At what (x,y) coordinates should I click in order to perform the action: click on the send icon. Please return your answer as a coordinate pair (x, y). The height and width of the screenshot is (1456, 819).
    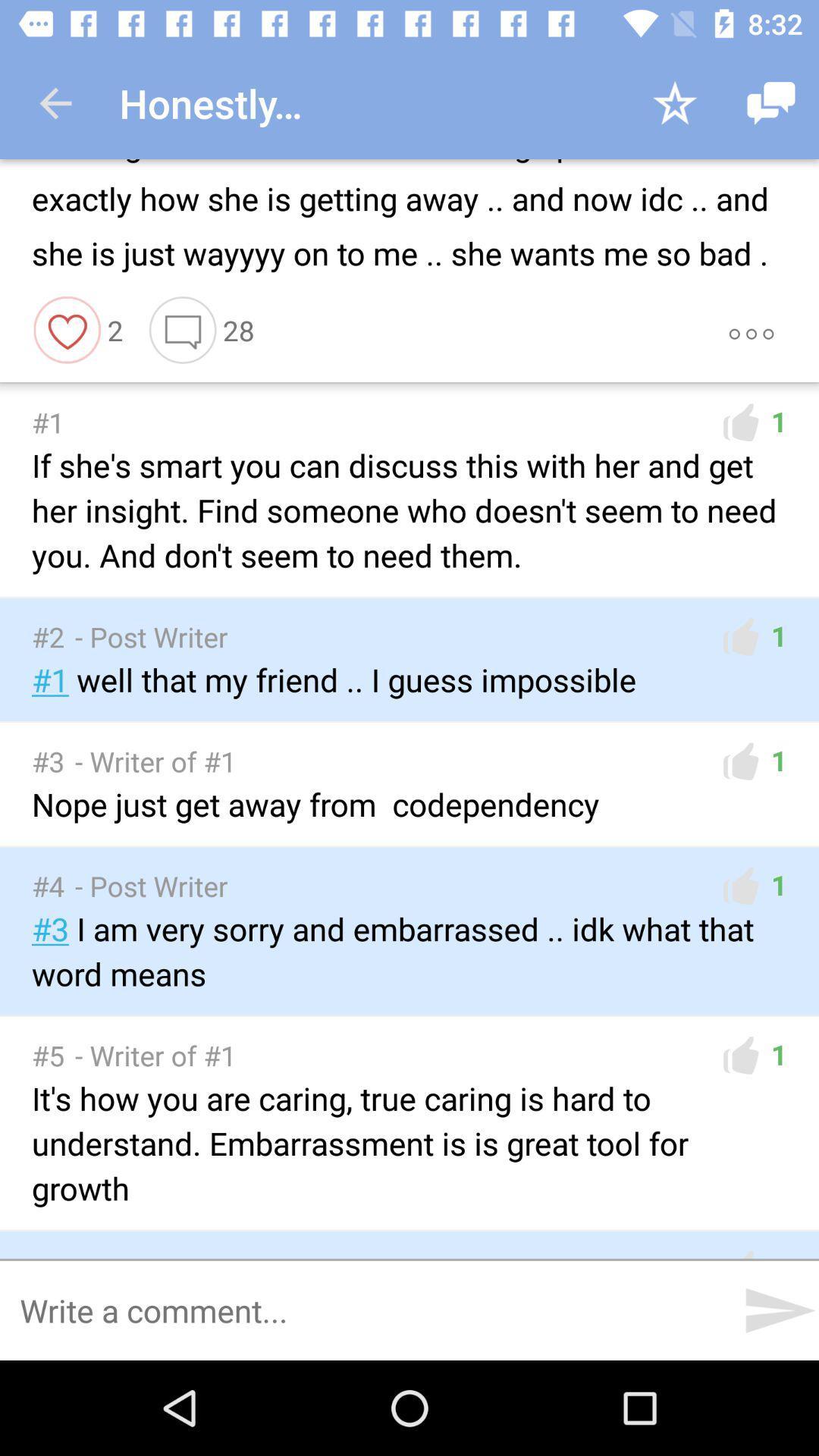
    Looking at the image, I should click on (779, 1310).